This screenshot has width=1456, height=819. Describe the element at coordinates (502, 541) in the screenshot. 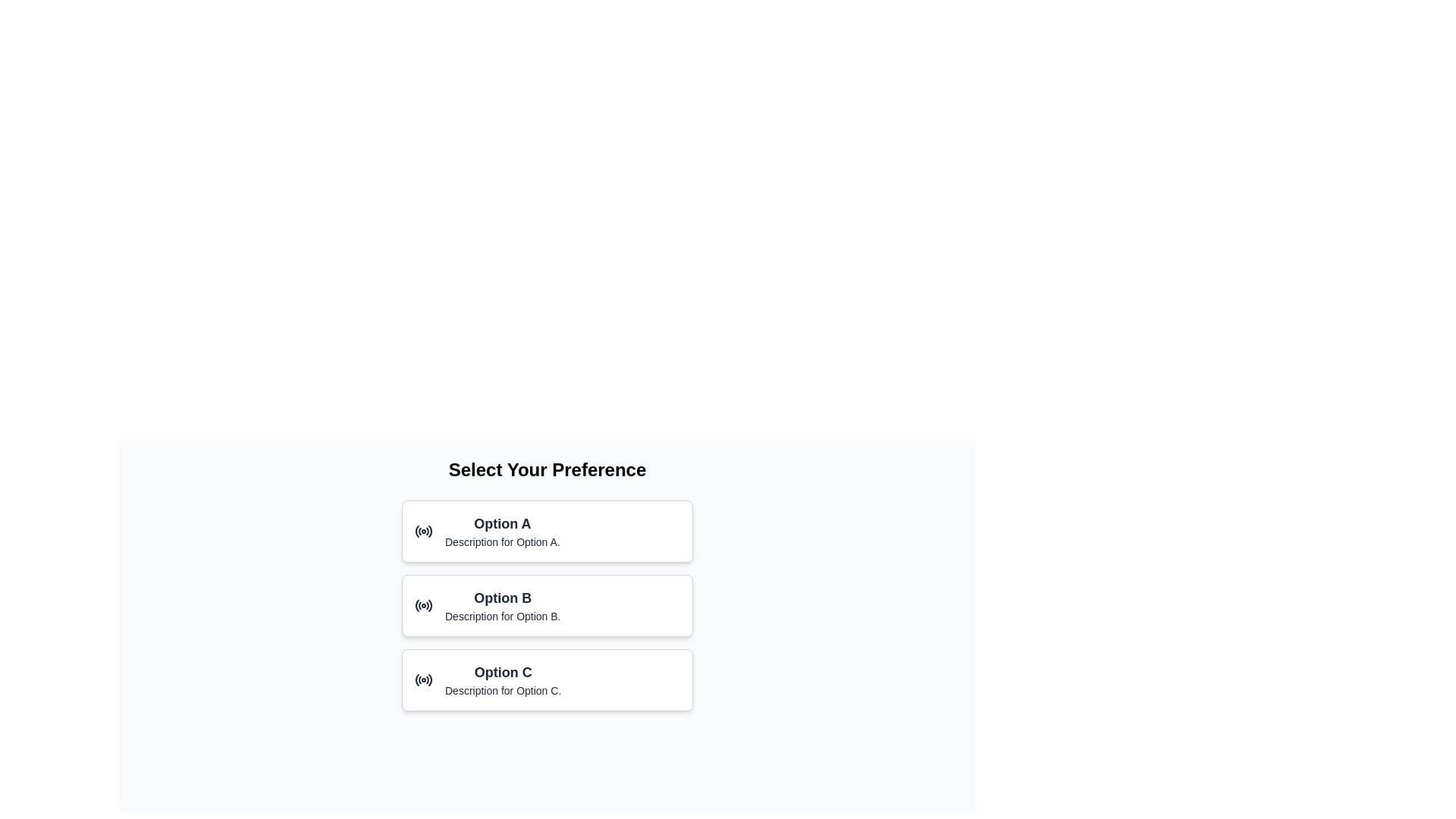

I see `the descriptive text element located below the title 'Option A' in the multiple-choice selection interface` at that location.